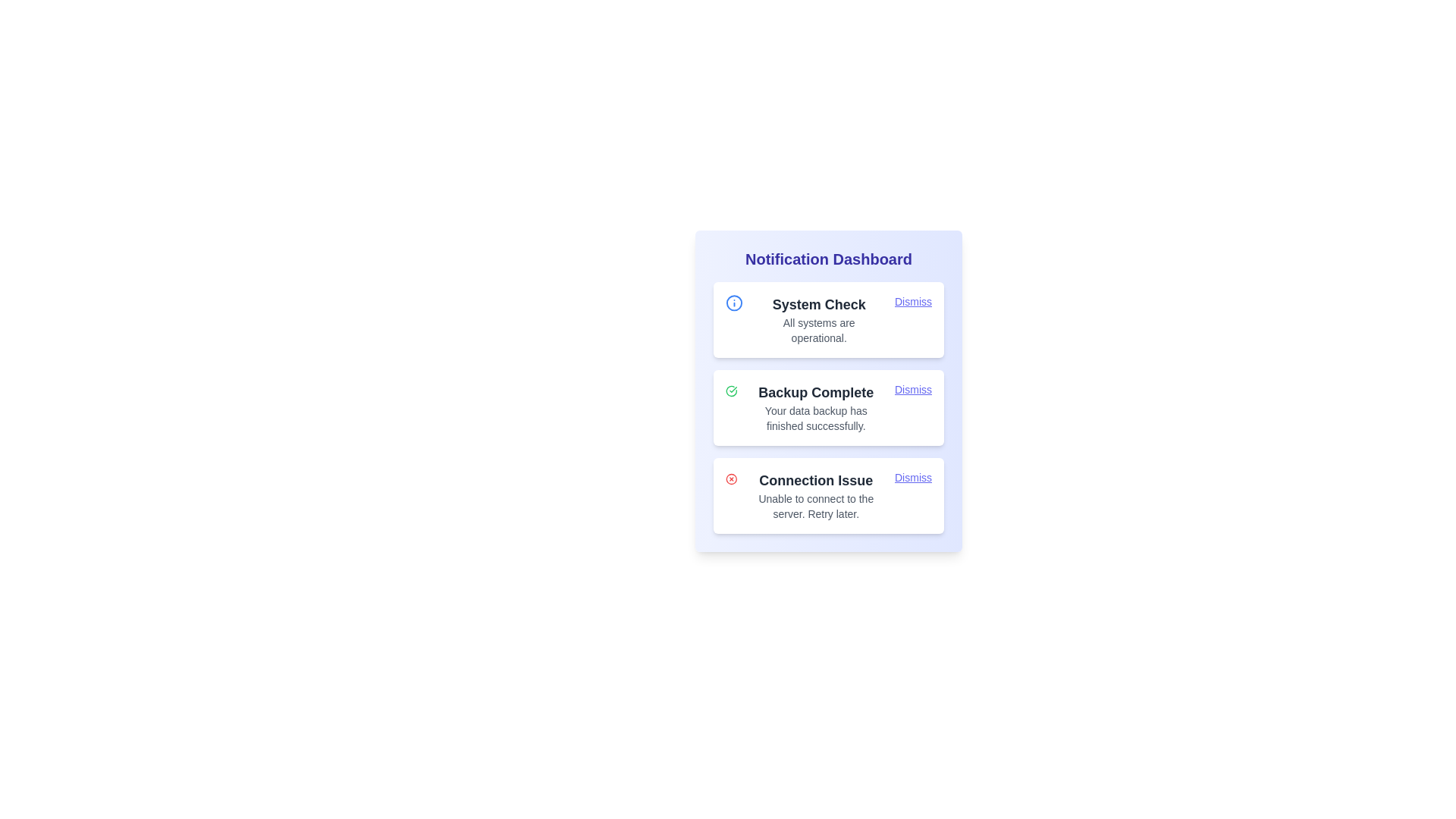  I want to click on the title text label of the third notification card, which summarizes the issue conveyed in the card, so click(815, 480).